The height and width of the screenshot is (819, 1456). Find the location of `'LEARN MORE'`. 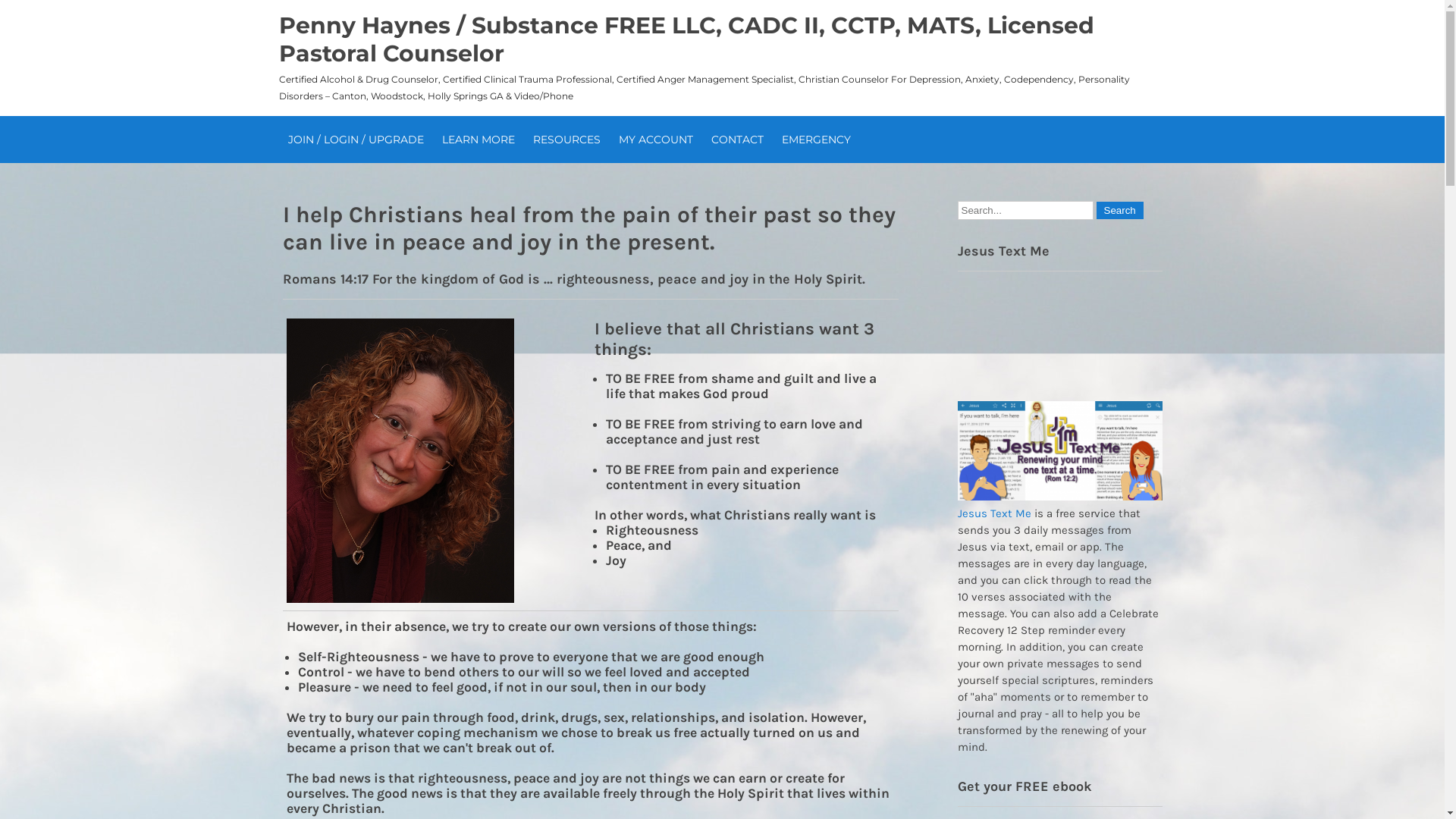

'LEARN MORE' is located at coordinates (476, 140).